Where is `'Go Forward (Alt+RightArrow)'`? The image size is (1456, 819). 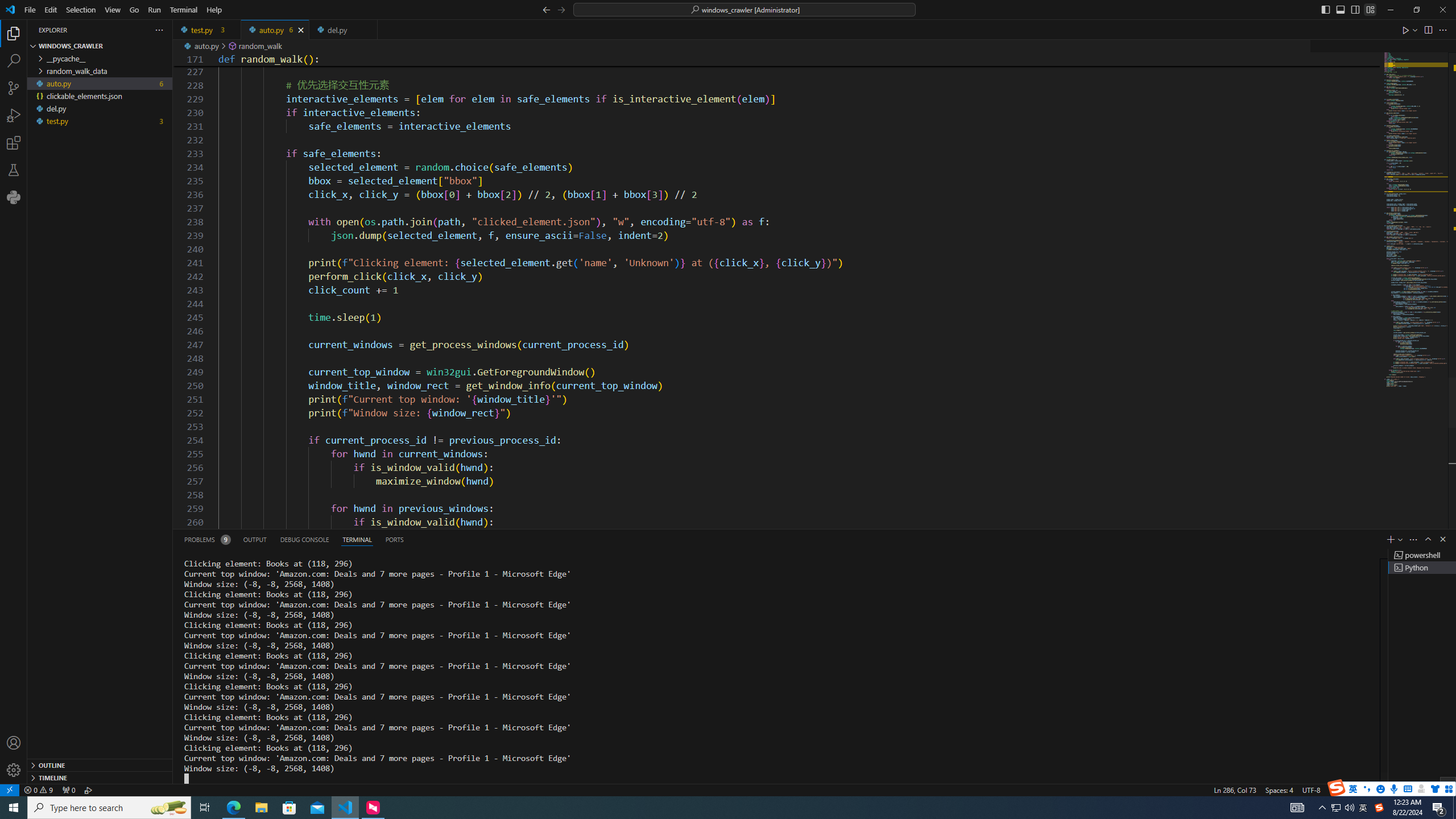
'Go Forward (Alt+RightArrow)' is located at coordinates (561, 9).